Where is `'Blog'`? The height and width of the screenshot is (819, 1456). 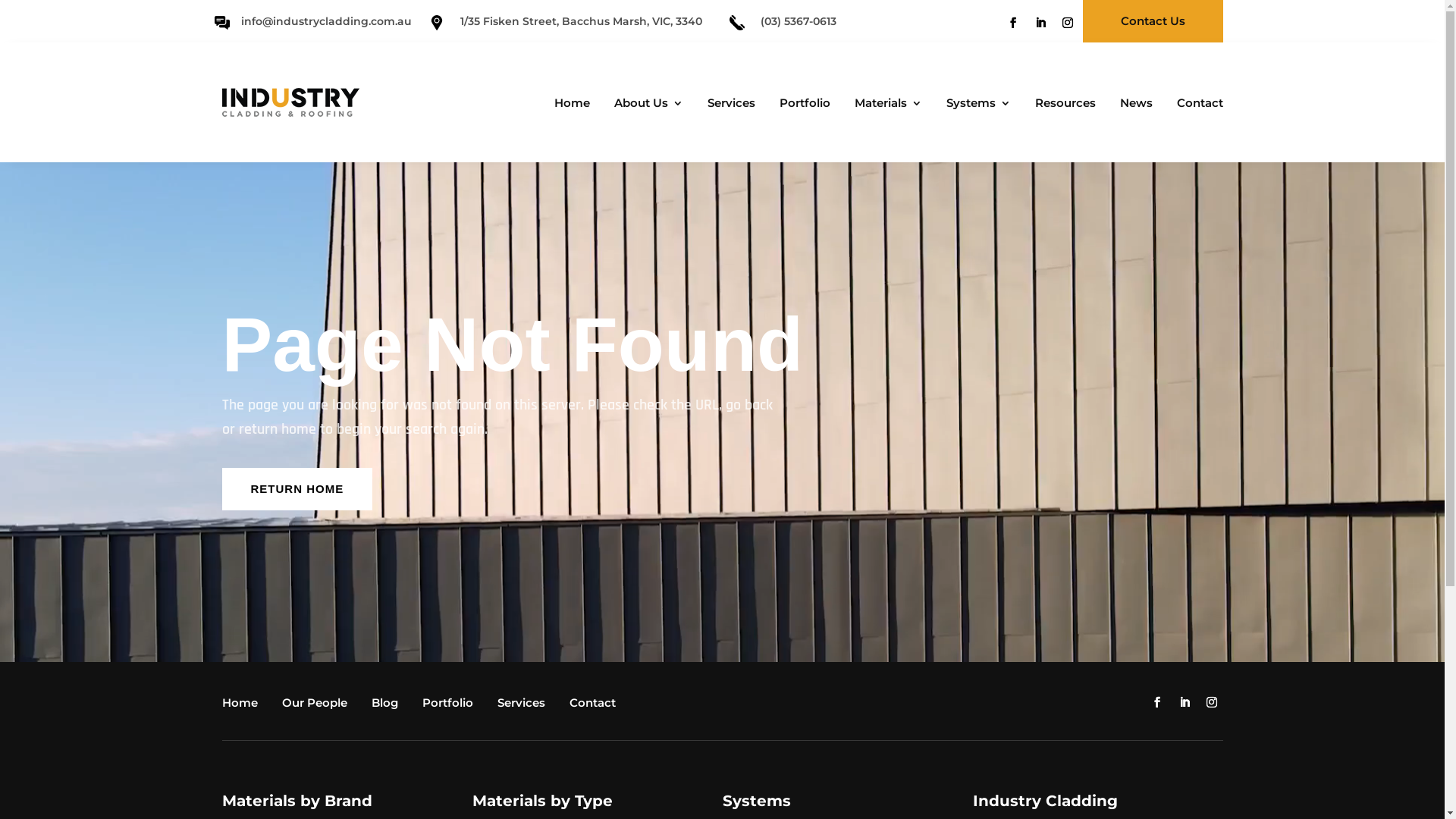
'Blog' is located at coordinates (371, 705).